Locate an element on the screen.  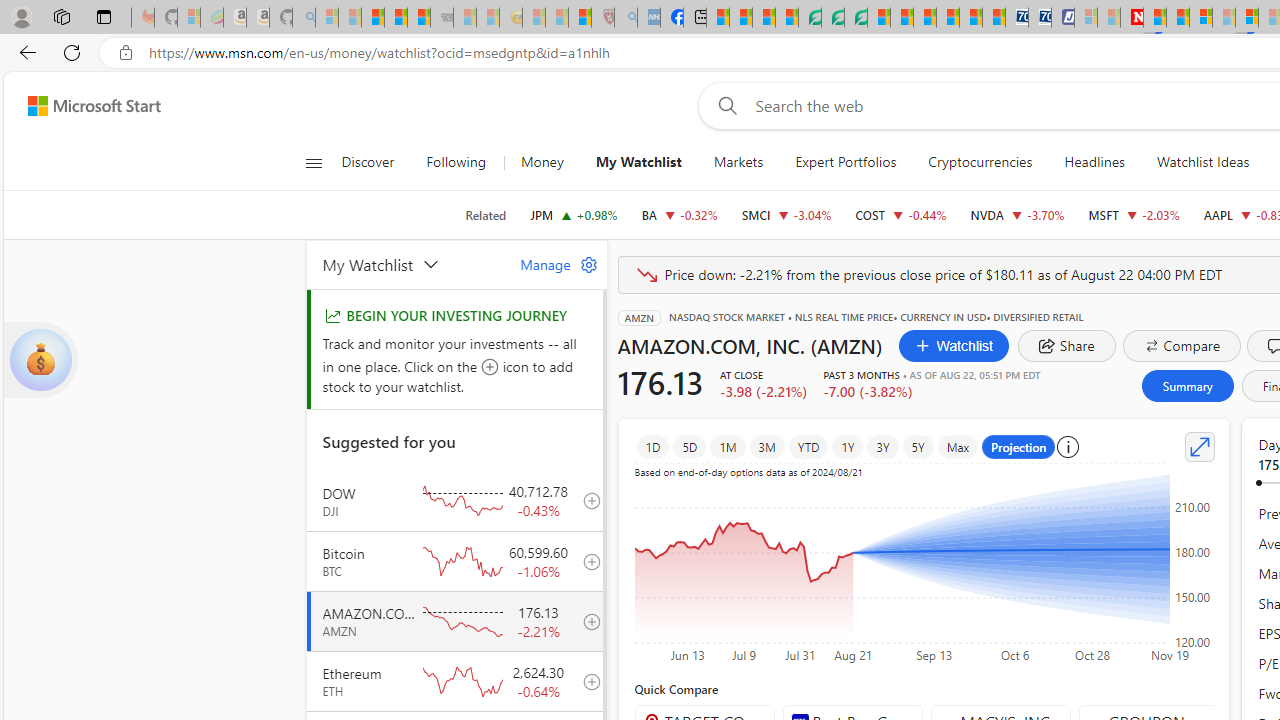
'Terms of Use Agreement' is located at coordinates (832, 17).